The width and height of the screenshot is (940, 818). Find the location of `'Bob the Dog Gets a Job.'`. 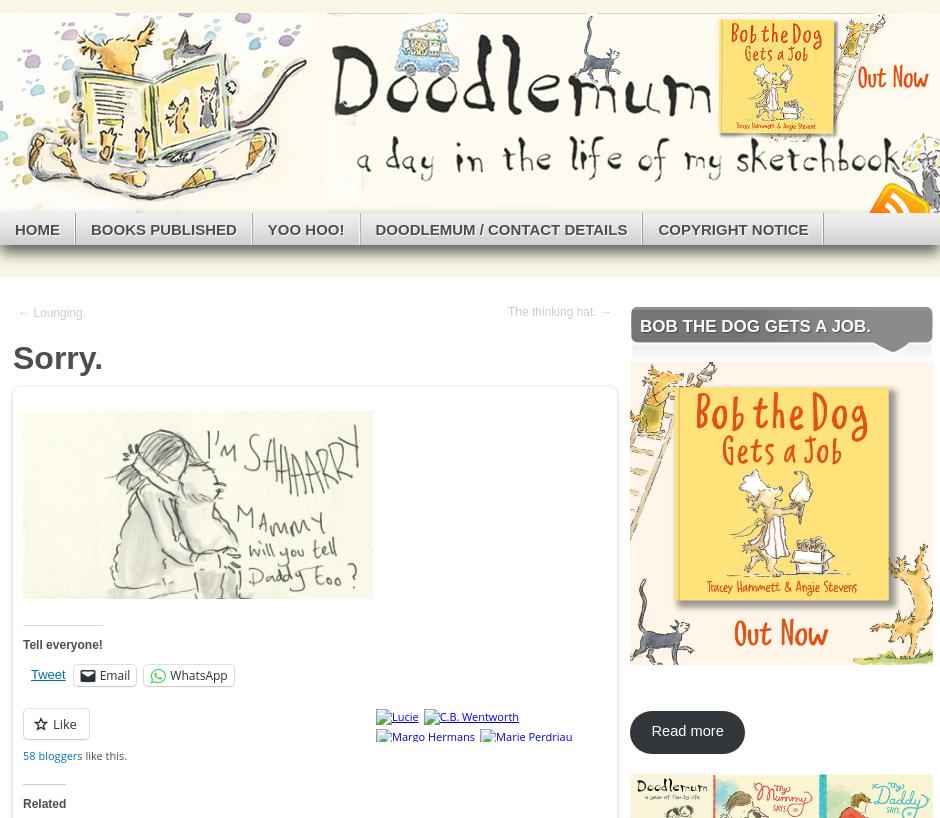

'Bob the Dog Gets a Job.' is located at coordinates (754, 325).